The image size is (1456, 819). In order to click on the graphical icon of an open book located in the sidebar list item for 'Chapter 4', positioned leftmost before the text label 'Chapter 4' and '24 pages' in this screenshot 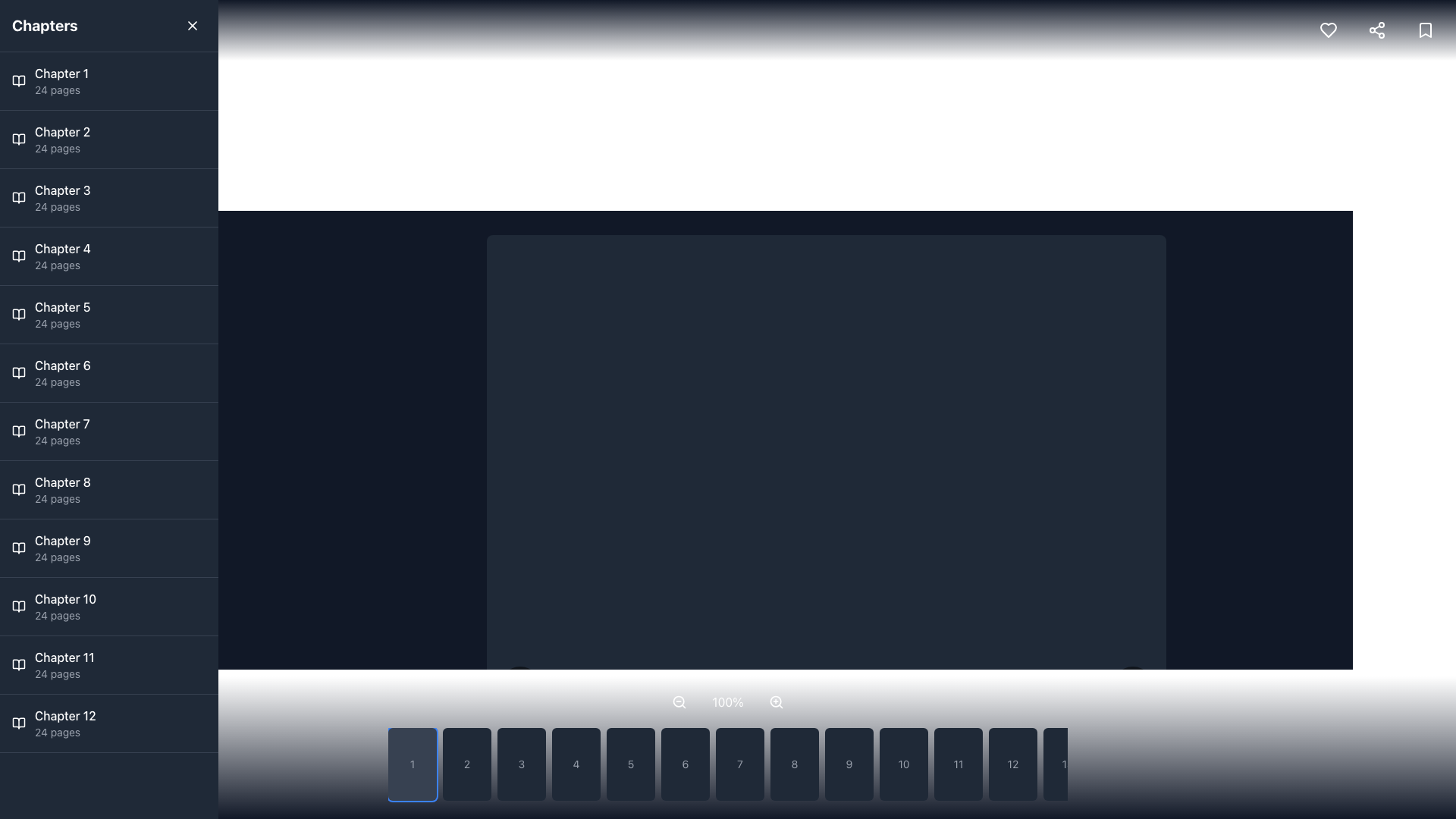, I will do `click(18, 256)`.